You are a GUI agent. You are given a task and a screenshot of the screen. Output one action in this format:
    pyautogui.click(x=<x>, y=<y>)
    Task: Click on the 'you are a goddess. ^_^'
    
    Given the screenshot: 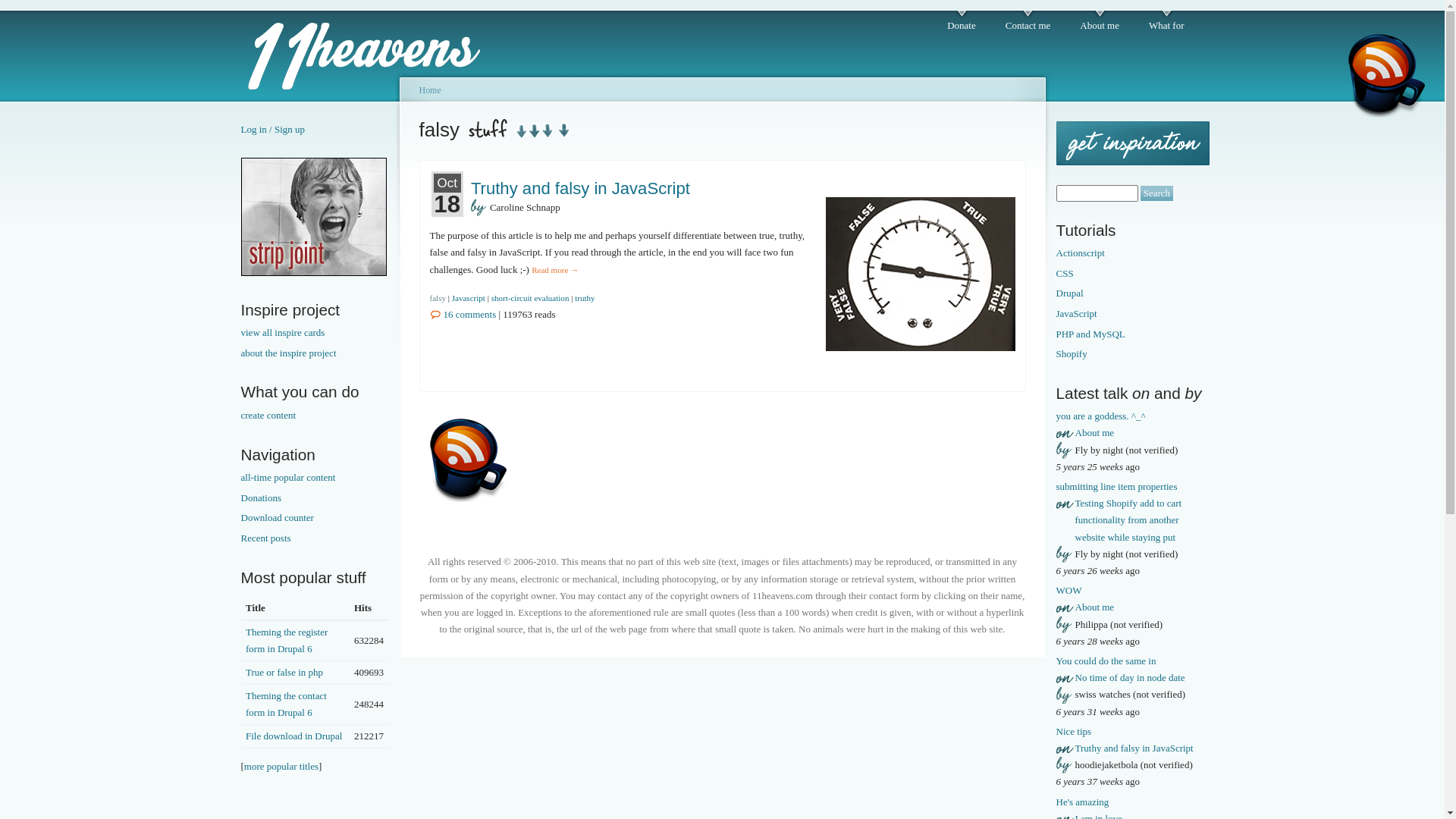 What is the action you would take?
    pyautogui.click(x=1100, y=416)
    